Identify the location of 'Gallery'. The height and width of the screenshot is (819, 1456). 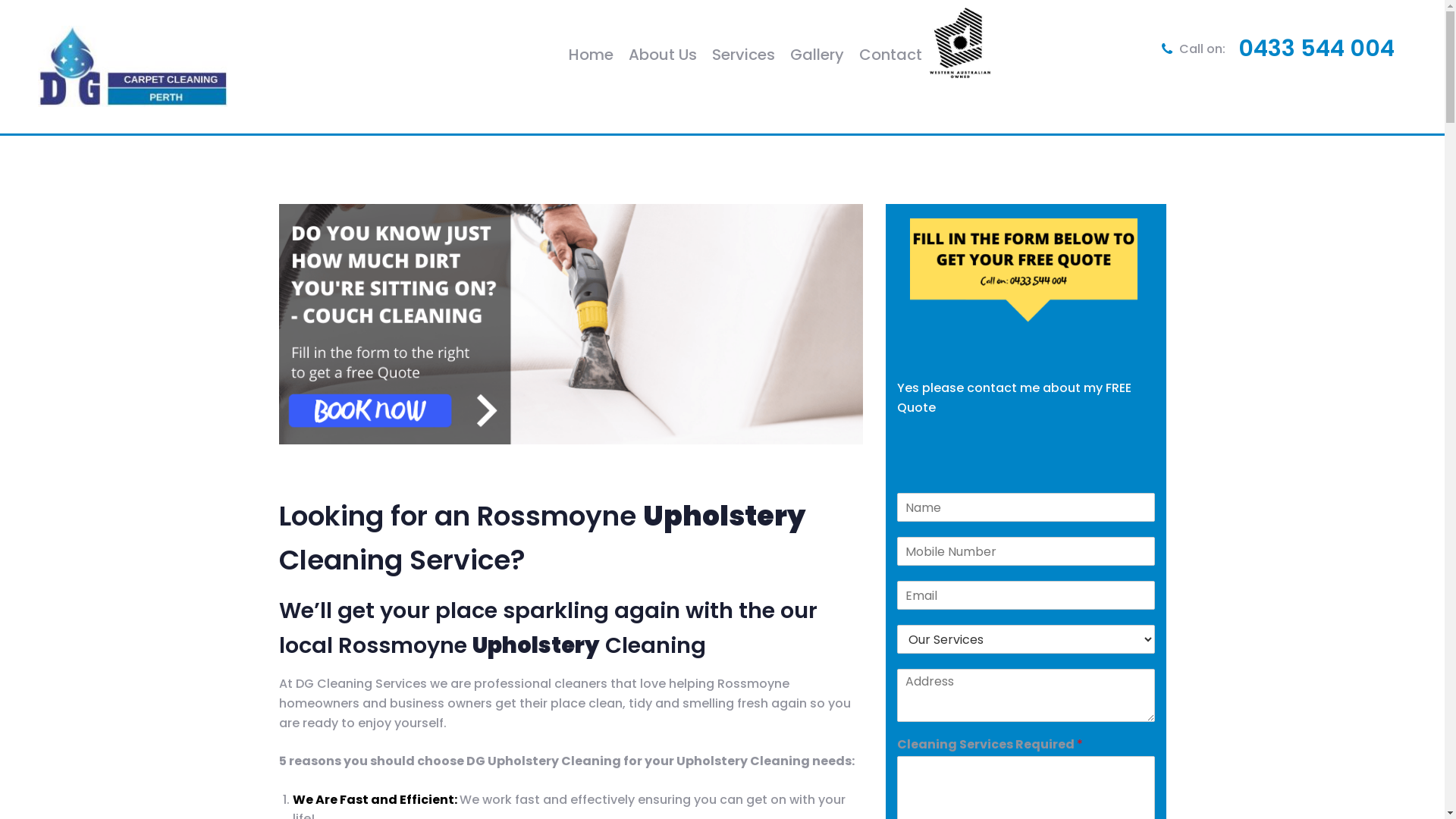
(816, 54).